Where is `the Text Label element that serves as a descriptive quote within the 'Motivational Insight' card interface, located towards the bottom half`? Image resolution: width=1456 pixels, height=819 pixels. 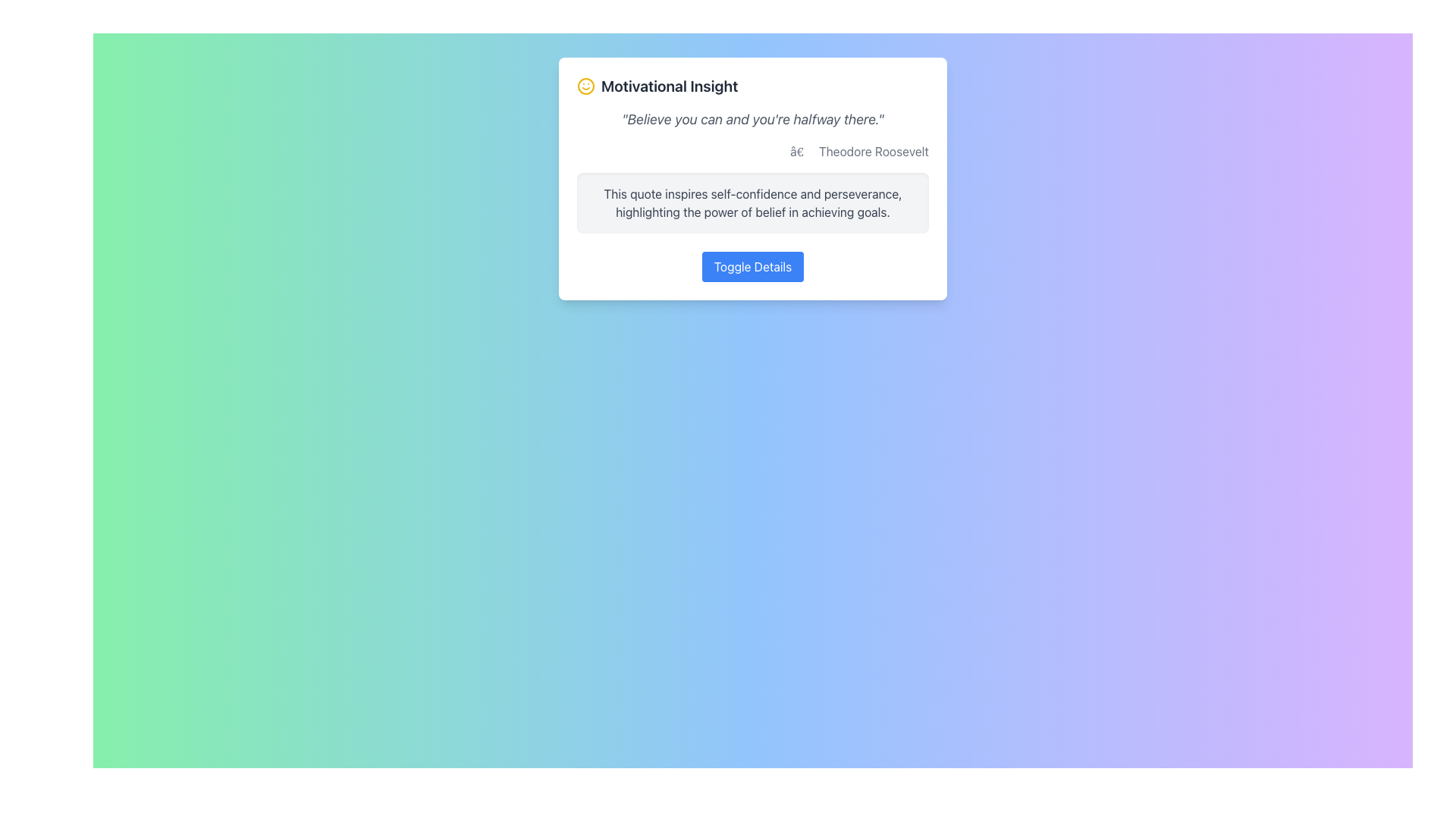
the Text Label element that serves as a descriptive quote within the 'Motivational Insight' card interface, located towards the bottom half is located at coordinates (753, 202).